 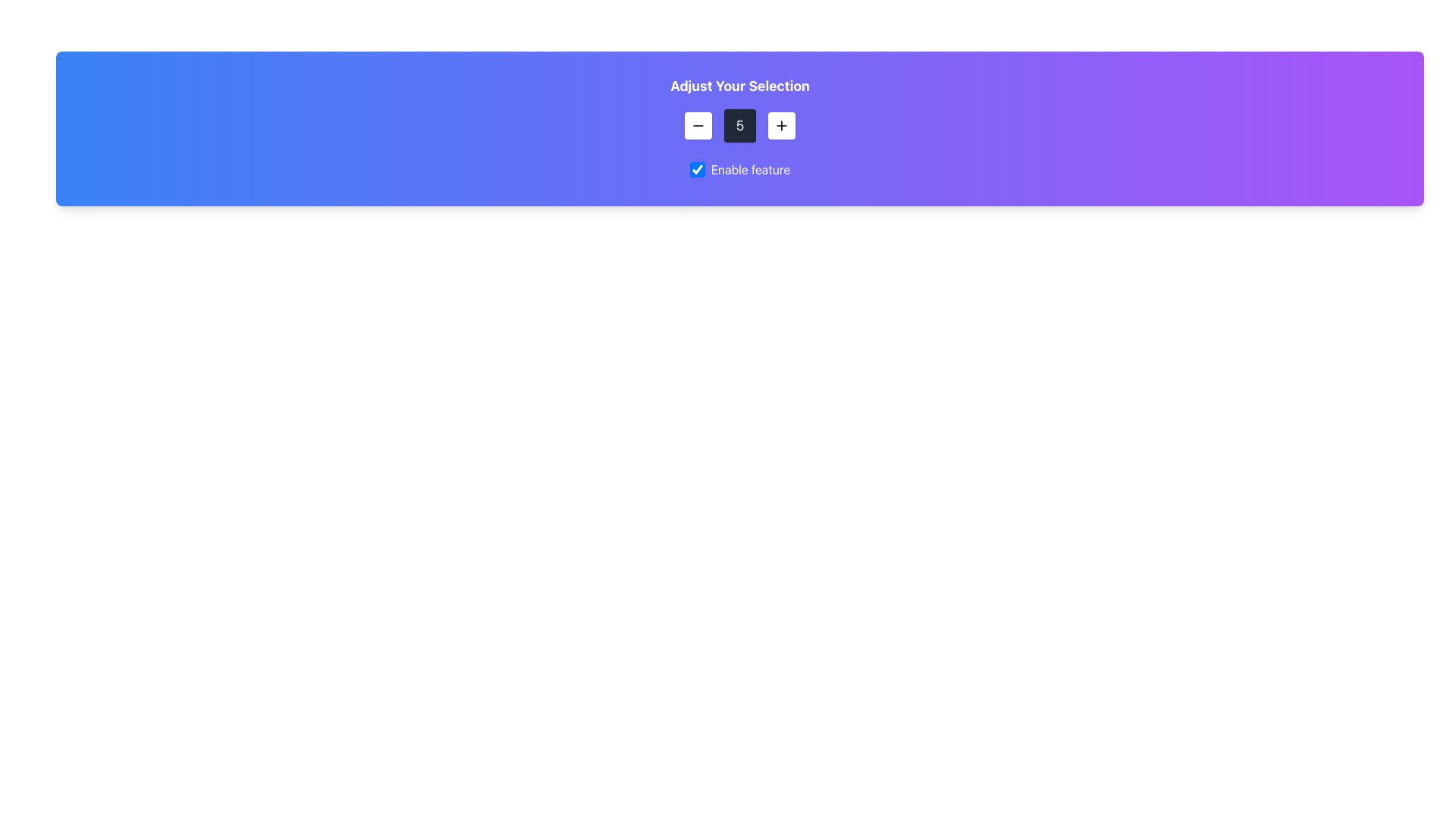 What do you see at coordinates (782, 124) in the screenshot?
I see `the small plus icon button located in the horizontal control bar, which is the third button to the right of the 'Adjust Your Selection' label, to increase the value` at bounding box center [782, 124].